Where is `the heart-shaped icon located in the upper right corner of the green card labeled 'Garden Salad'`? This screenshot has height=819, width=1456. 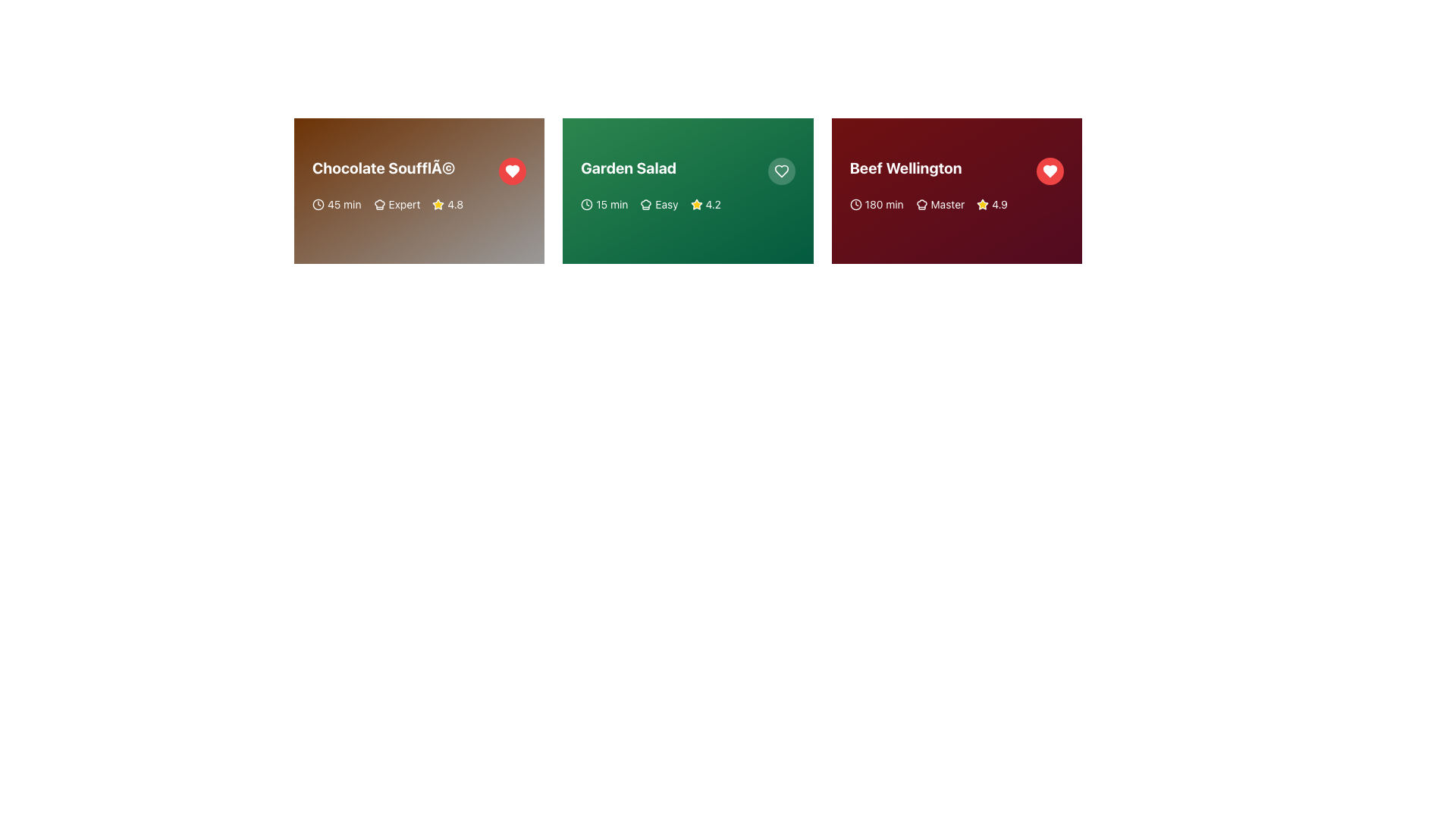 the heart-shaped icon located in the upper right corner of the green card labeled 'Garden Salad' is located at coordinates (781, 171).